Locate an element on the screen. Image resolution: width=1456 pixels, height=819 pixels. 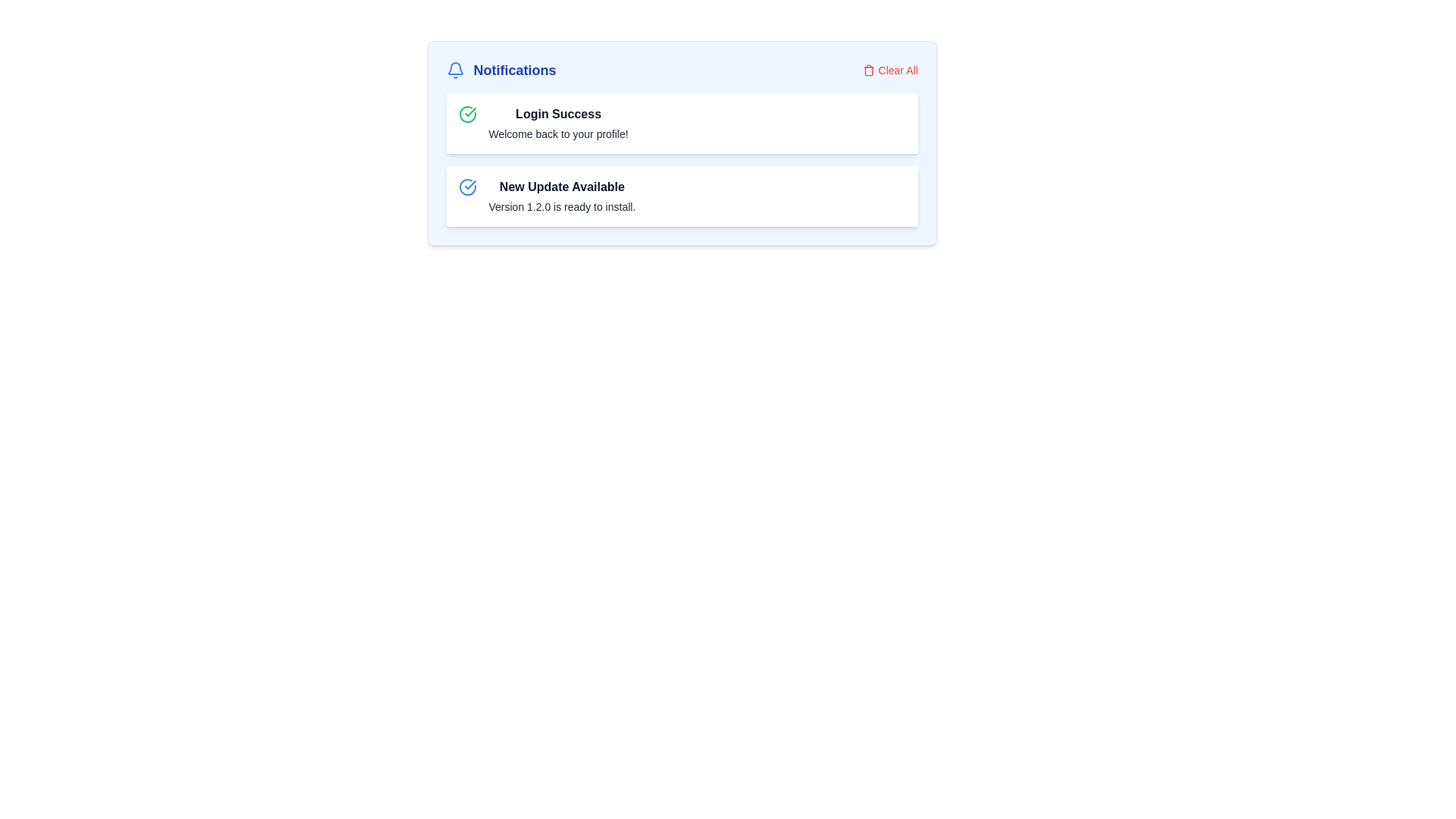
the text element that reads 'Welcome back to your profile!', which is styled with a small font size and gray coloring, located directly below the 'Login Success' text in the notification box is located at coordinates (557, 133).